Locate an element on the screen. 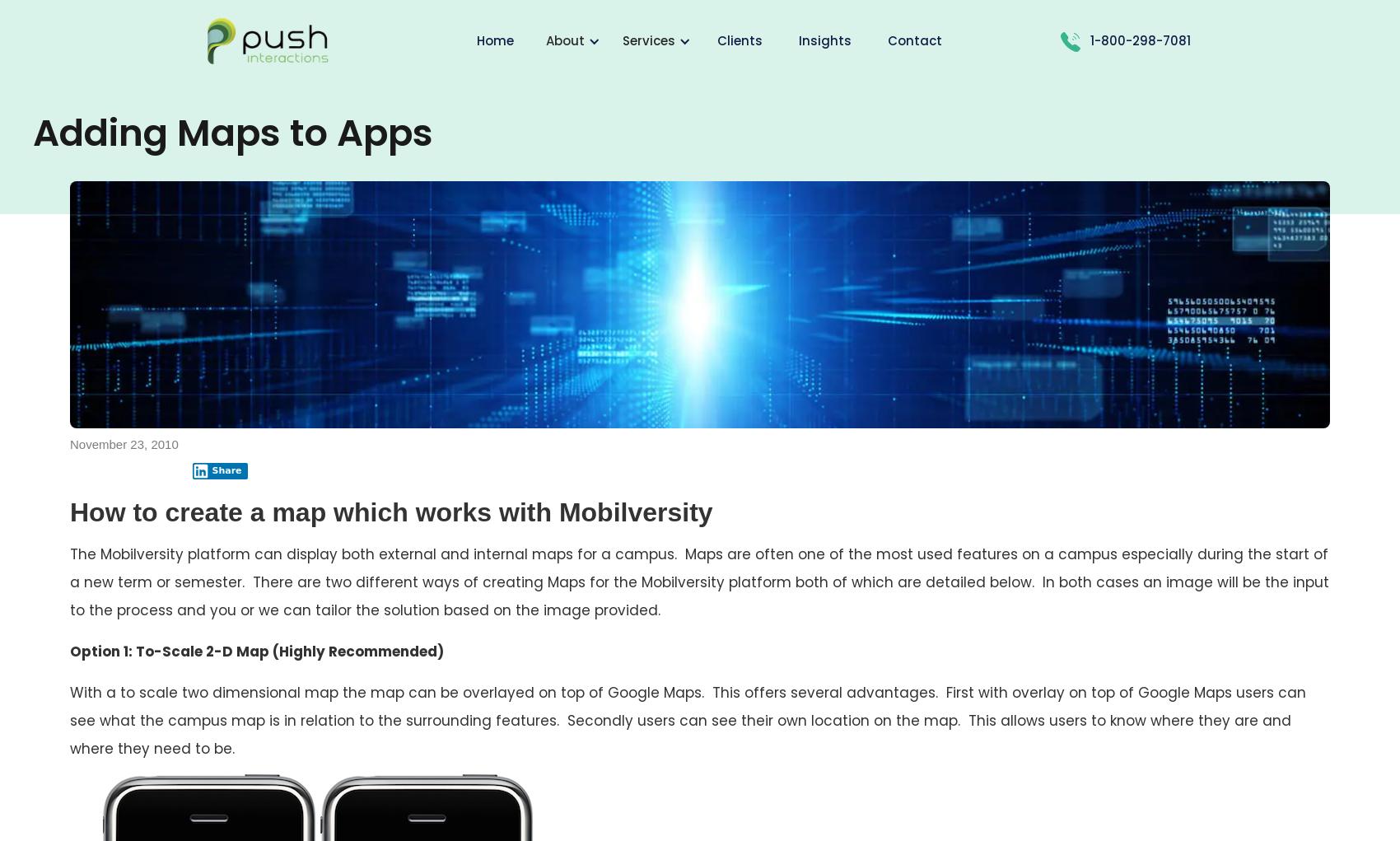  'Clients' is located at coordinates (740, 40).